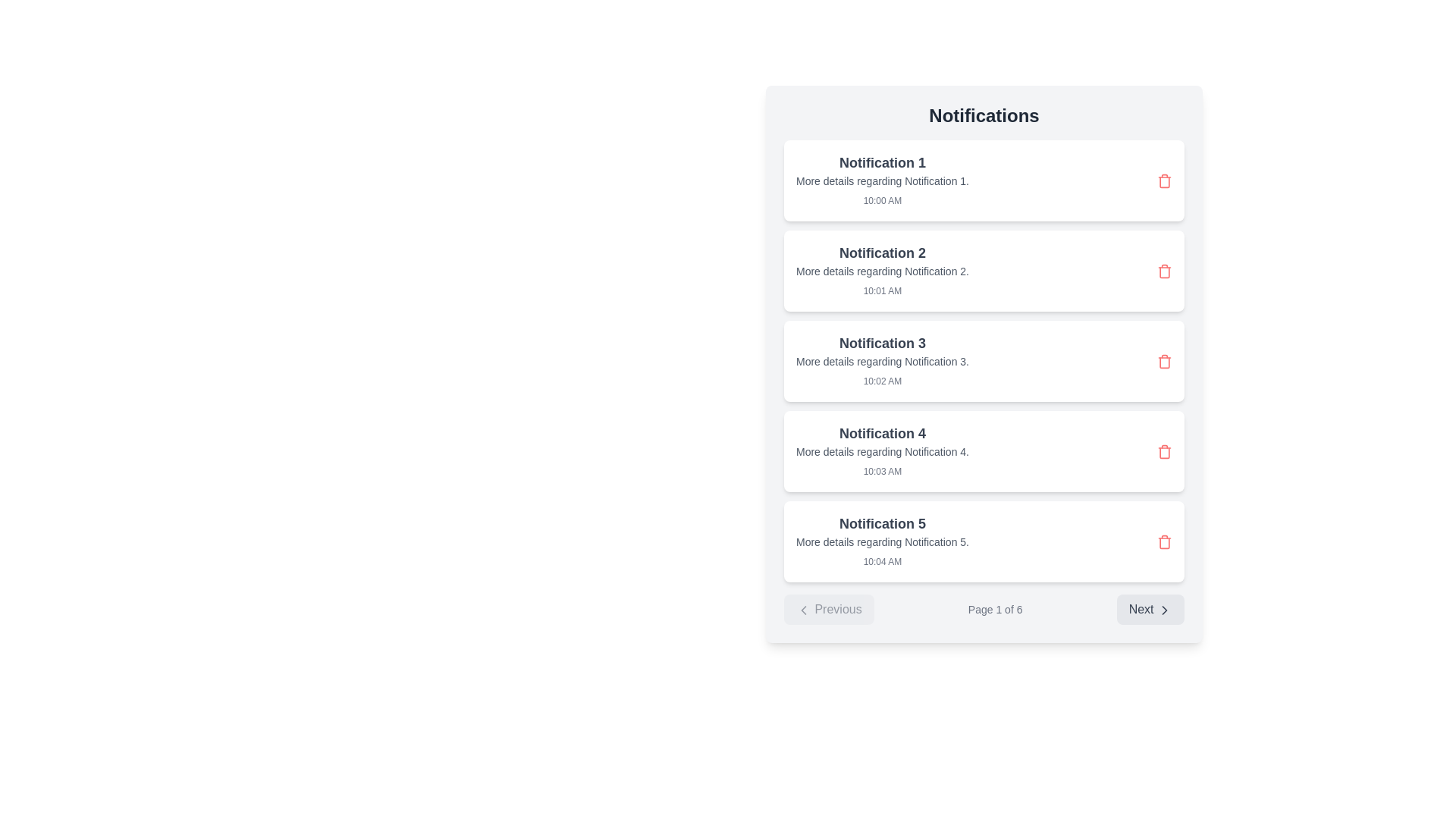 The height and width of the screenshot is (819, 1456). Describe the element at coordinates (883, 470) in the screenshot. I see `the label displaying '10:03 AM', which is located in the bottom-right section of the 'Notification 4' card` at that location.